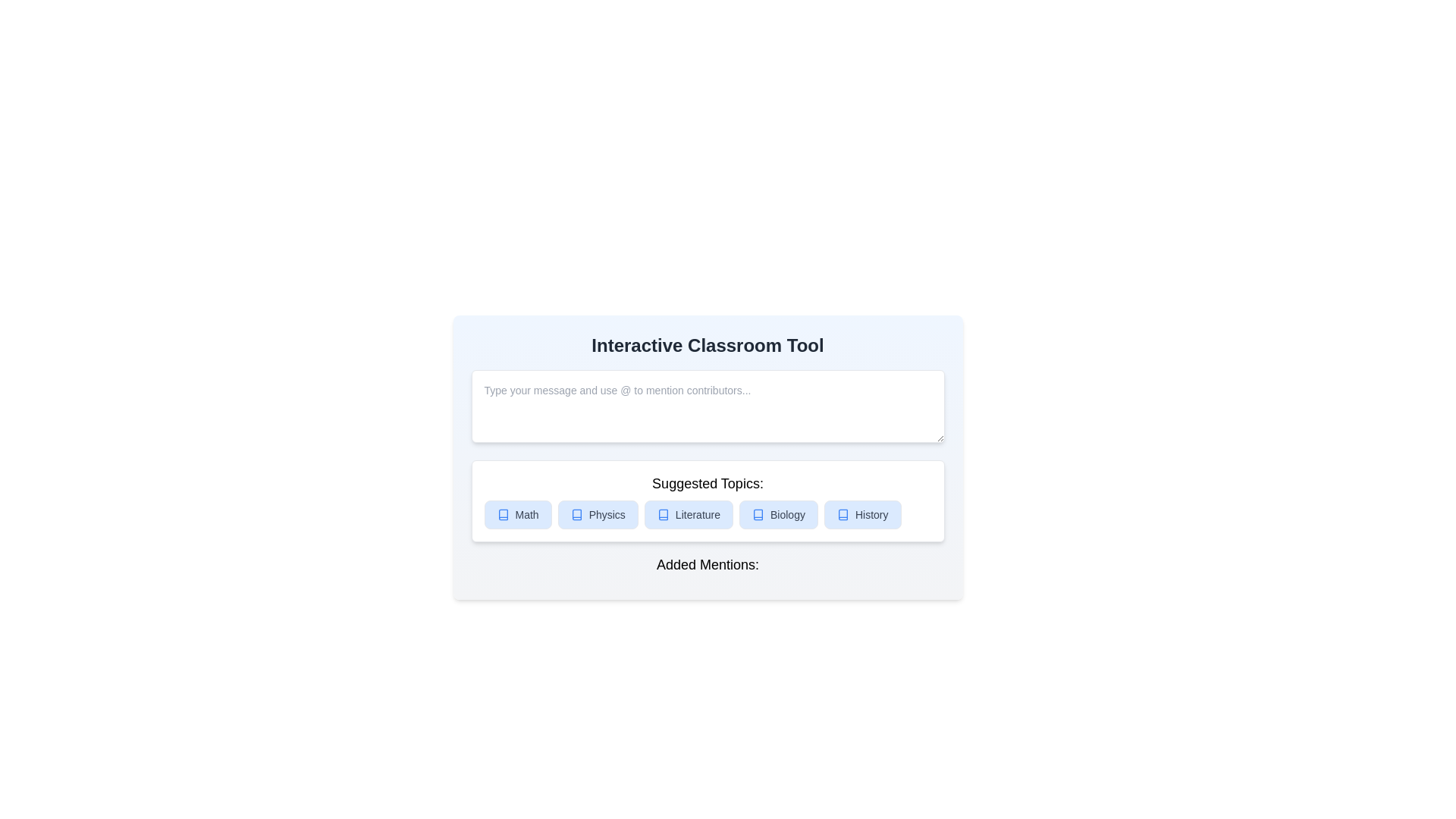 This screenshot has width=1456, height=819. Describe the element at coordinates (707, 567) in the screenshot. I see `text label element displaying 'Added Mentions:' which is styled in a medium-sized bold font, located below the topic tags` at that location.